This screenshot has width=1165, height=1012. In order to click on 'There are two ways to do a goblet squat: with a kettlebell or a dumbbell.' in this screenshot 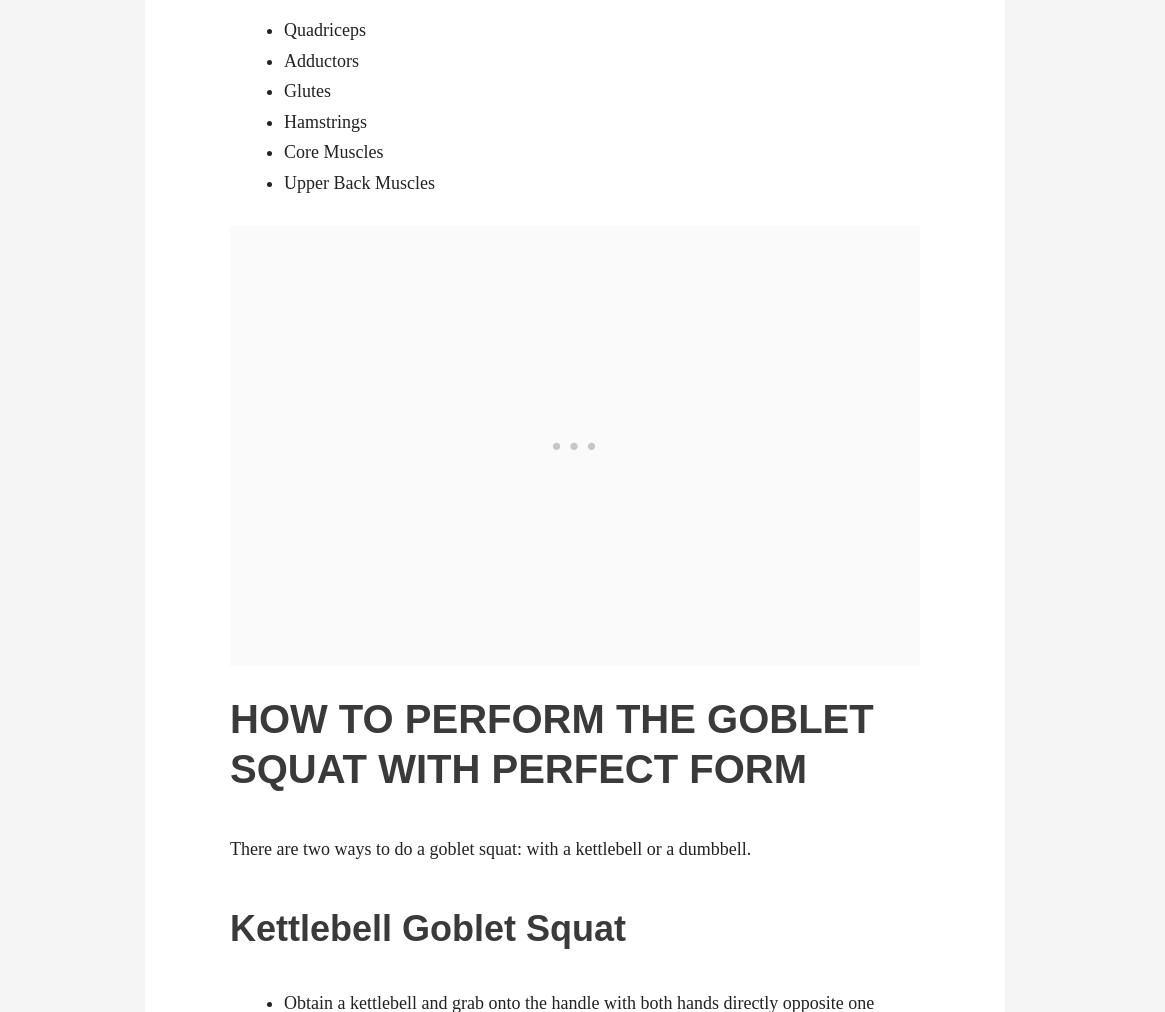, I will do `click(489, 846)`.